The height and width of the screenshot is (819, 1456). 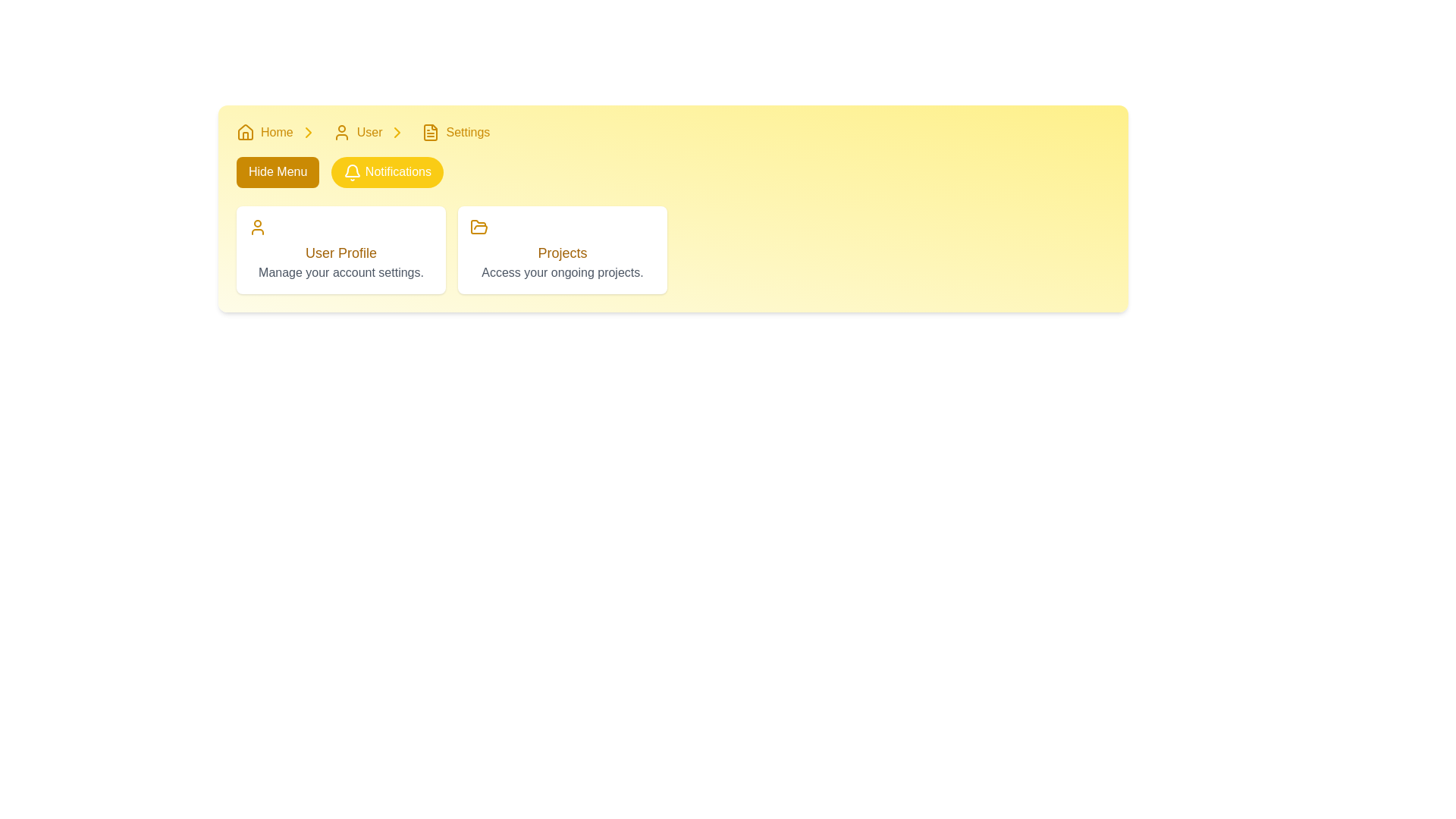 I want to click on the 'Settings' breadcrumb navigation link, which is styled in yellow and positioned in the top-right of the interface, so click(x=455, y=131).